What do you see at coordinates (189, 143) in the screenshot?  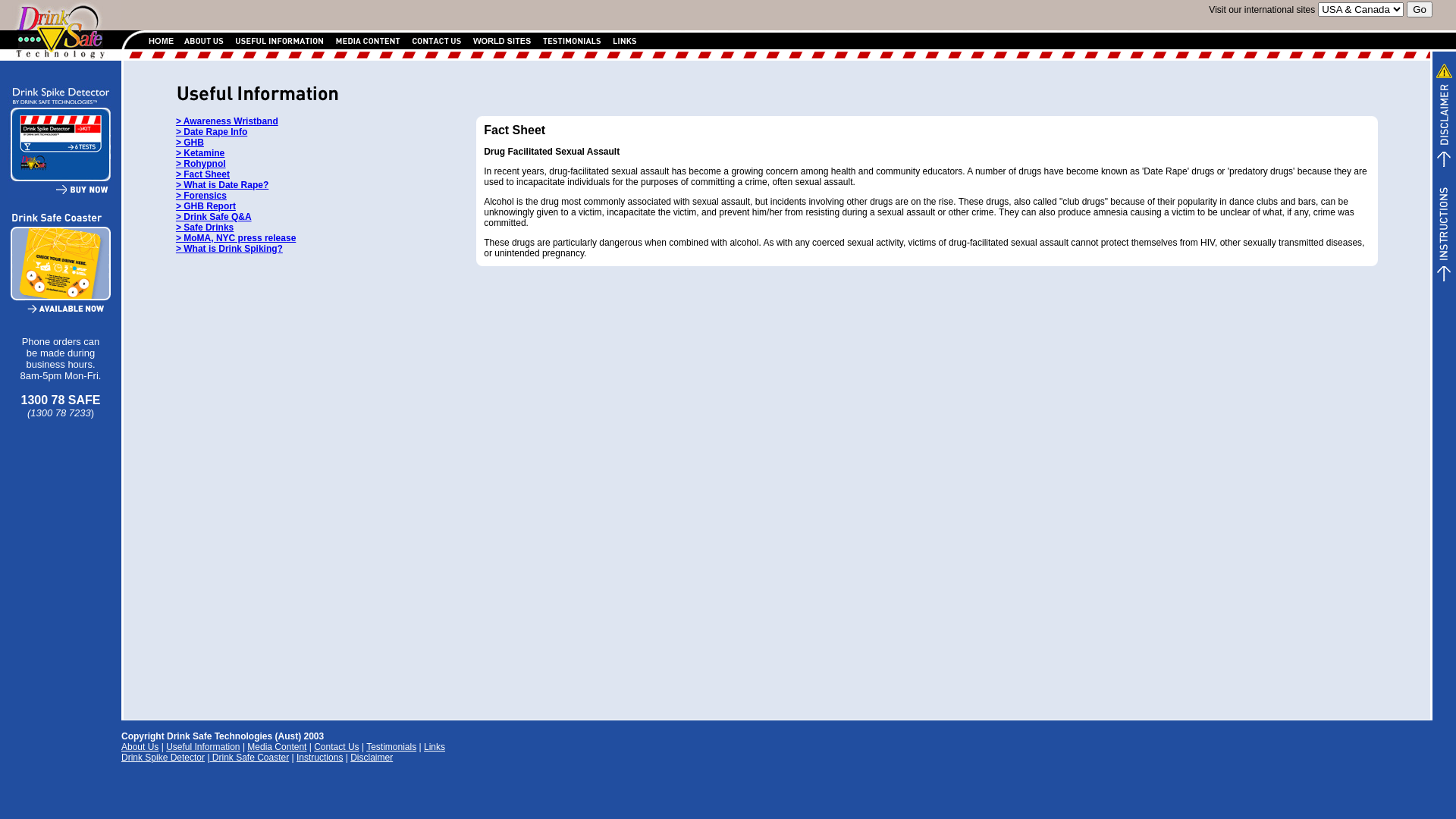 I see `'> GHB'` at bounding box center [189, 143].